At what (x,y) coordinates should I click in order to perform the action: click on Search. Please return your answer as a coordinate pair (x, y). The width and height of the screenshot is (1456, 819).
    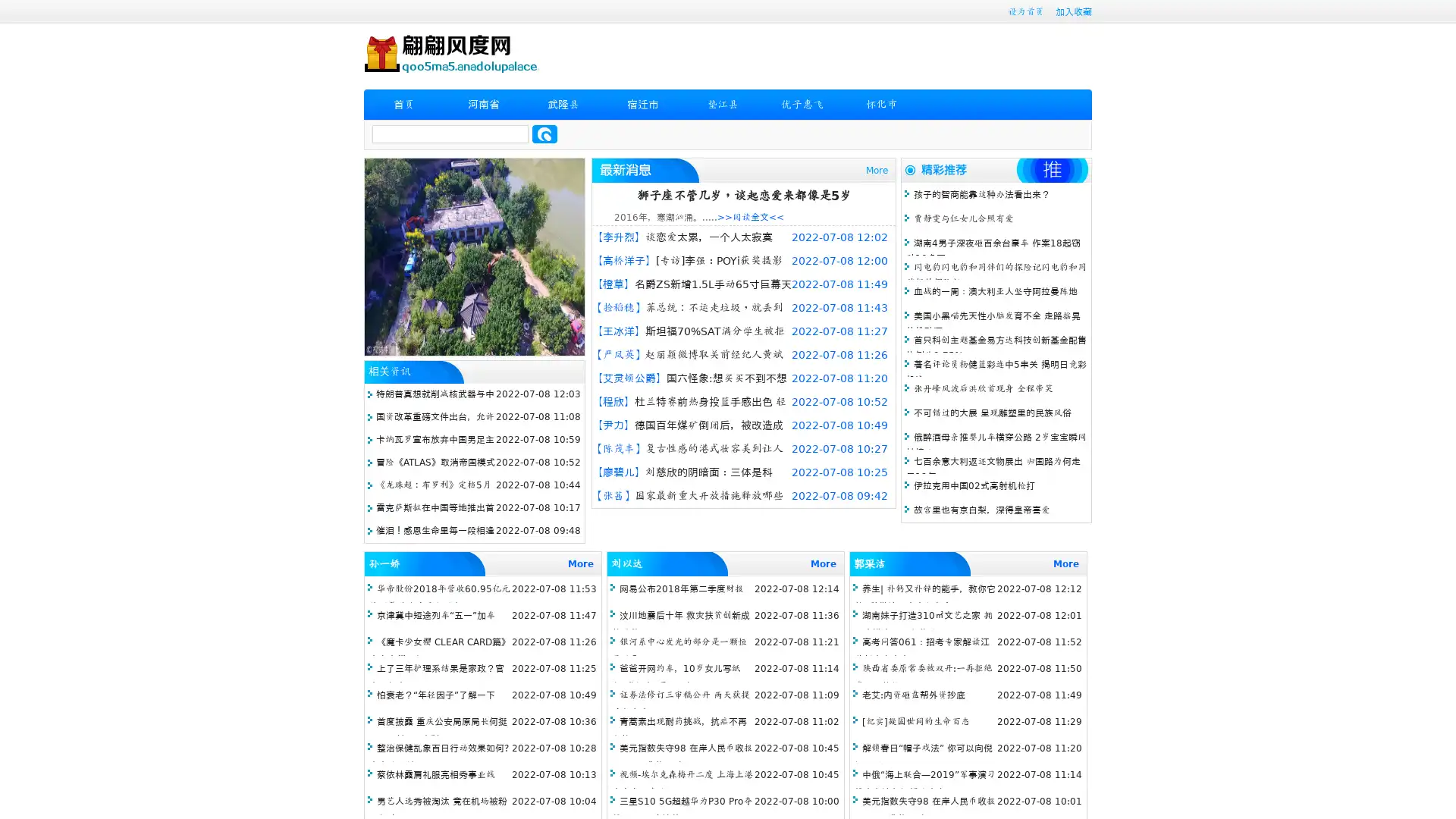
    Looking at the image, I should click on (544, 133).